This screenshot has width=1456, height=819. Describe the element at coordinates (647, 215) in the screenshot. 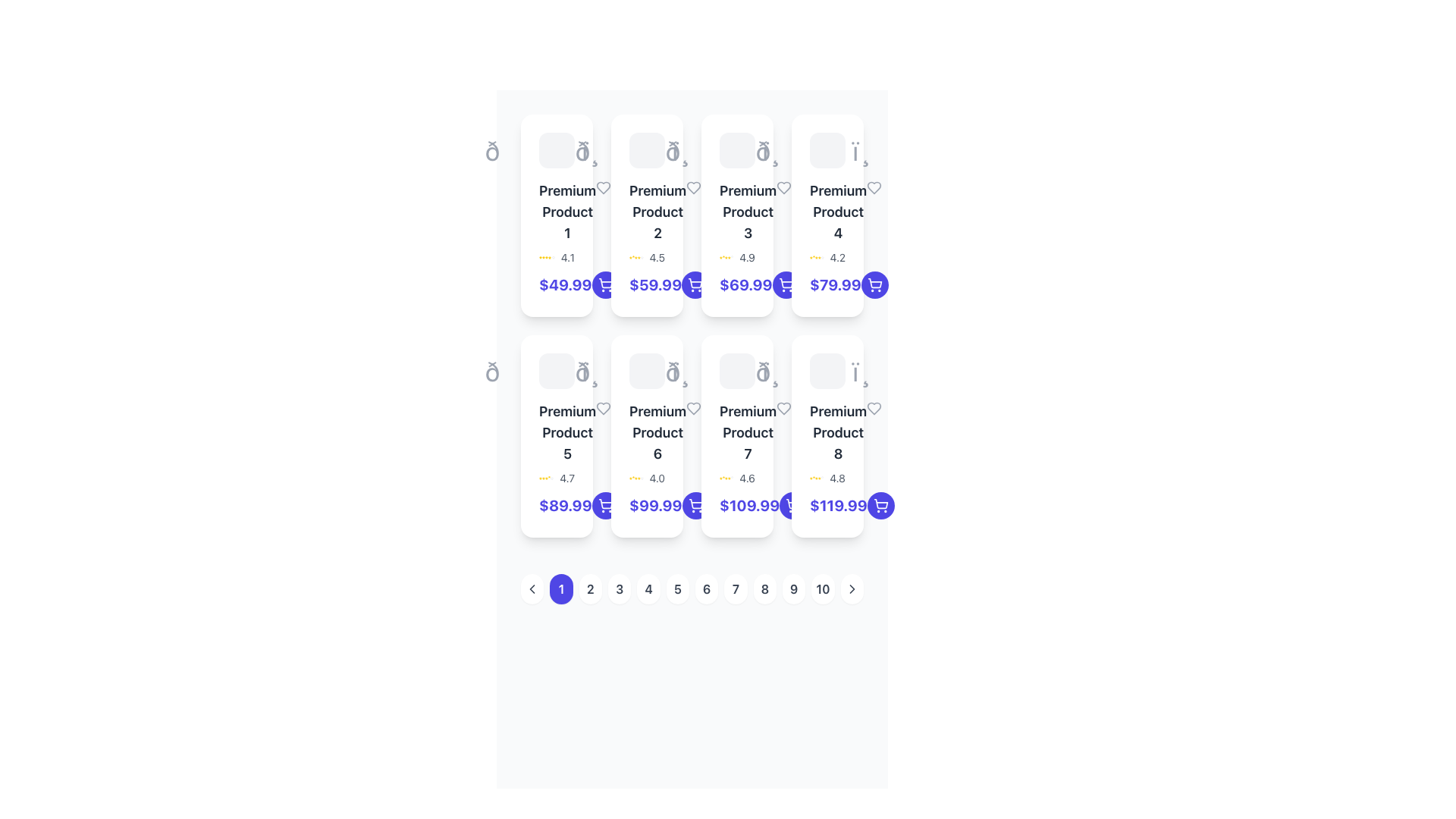

I see `the product name displayed on the product display card located in the first row of the grid layout, which is the second item in the row, surrounded by 'Premium Product 1' and 'Premium Product 3'` at that location.